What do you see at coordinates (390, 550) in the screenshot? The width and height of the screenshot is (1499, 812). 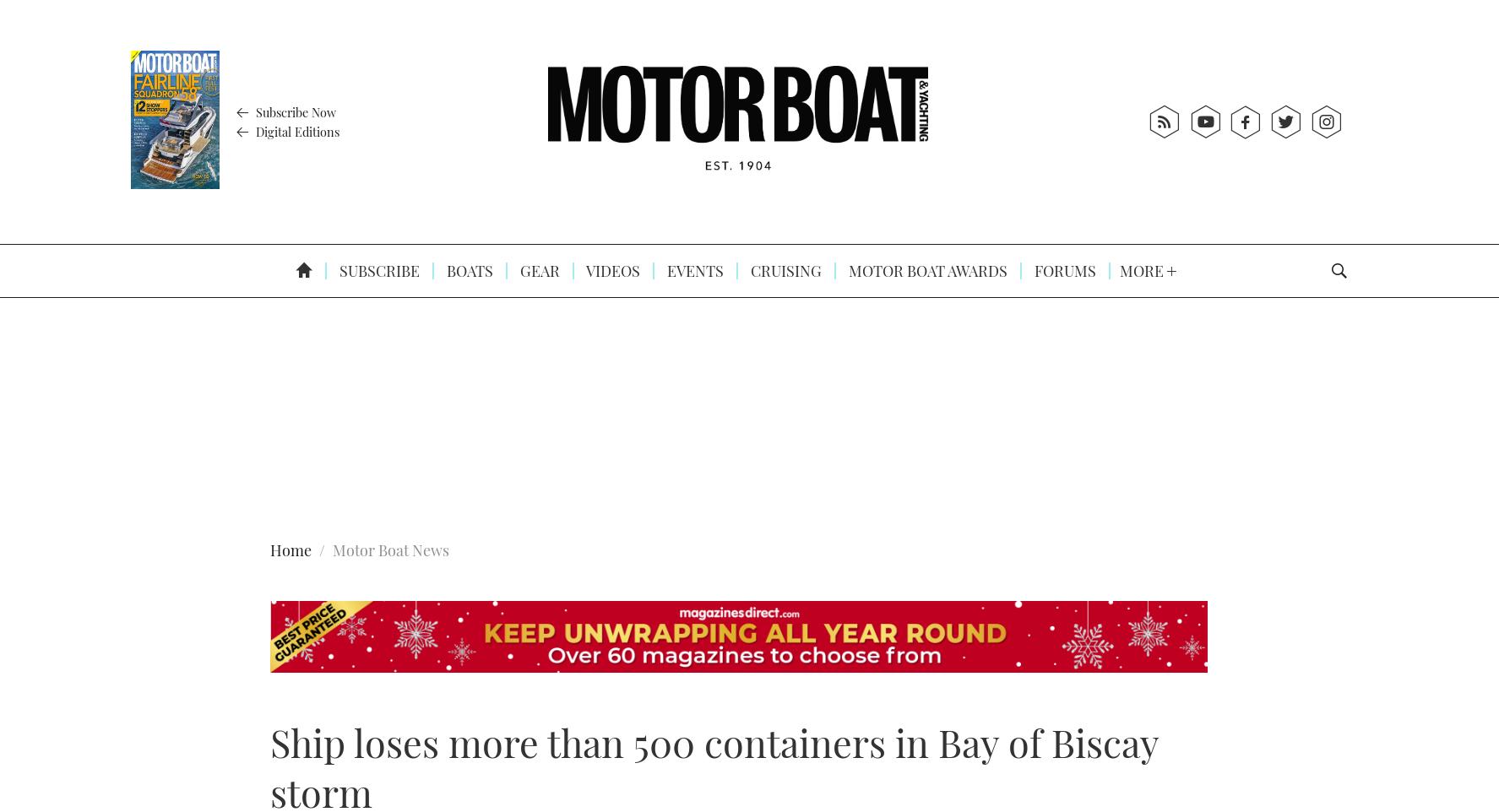 I see `'Motor Boat News'` at bounding box center [390, 550].